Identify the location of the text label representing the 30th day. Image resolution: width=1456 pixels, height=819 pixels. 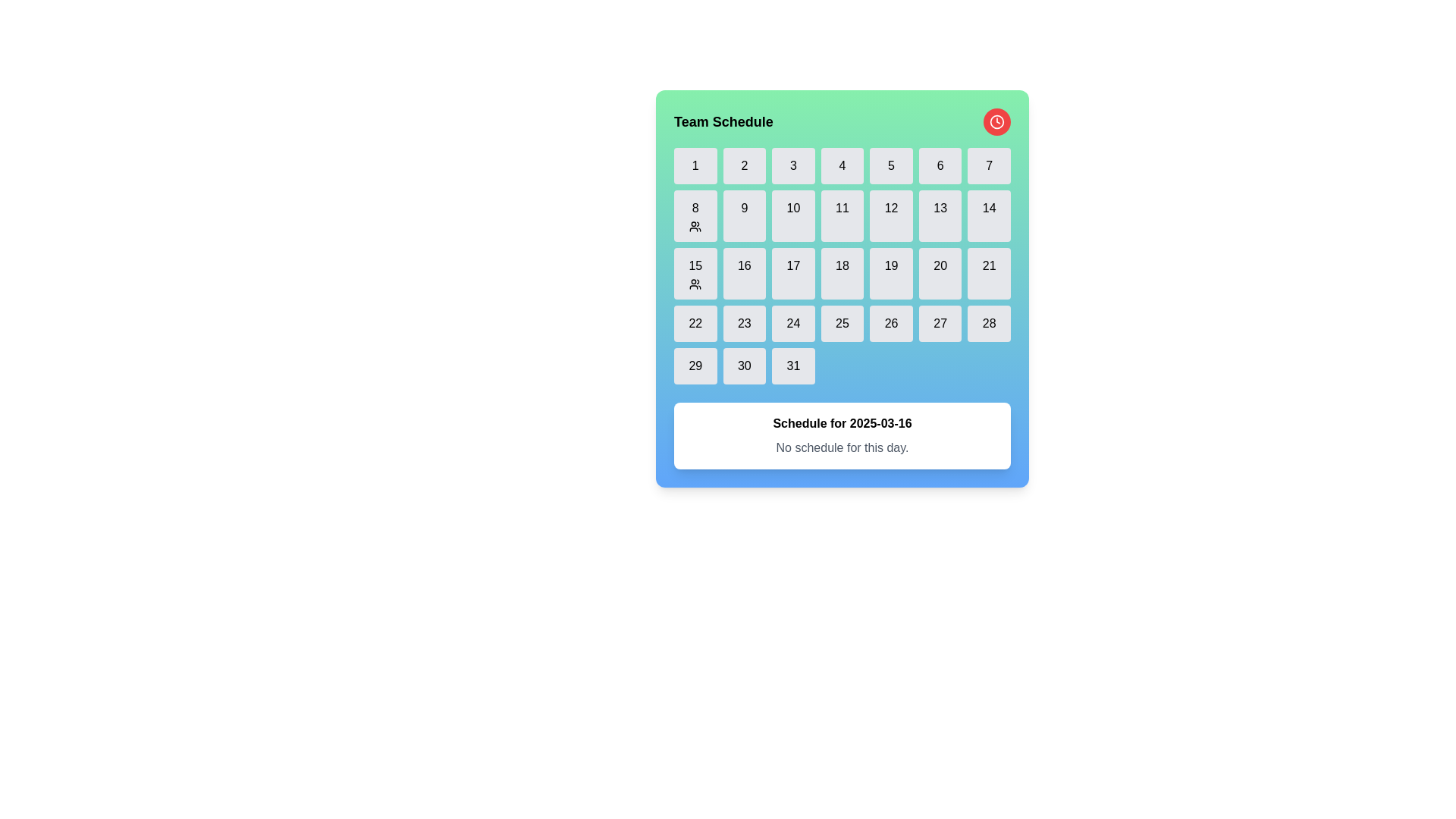
(744, 366).